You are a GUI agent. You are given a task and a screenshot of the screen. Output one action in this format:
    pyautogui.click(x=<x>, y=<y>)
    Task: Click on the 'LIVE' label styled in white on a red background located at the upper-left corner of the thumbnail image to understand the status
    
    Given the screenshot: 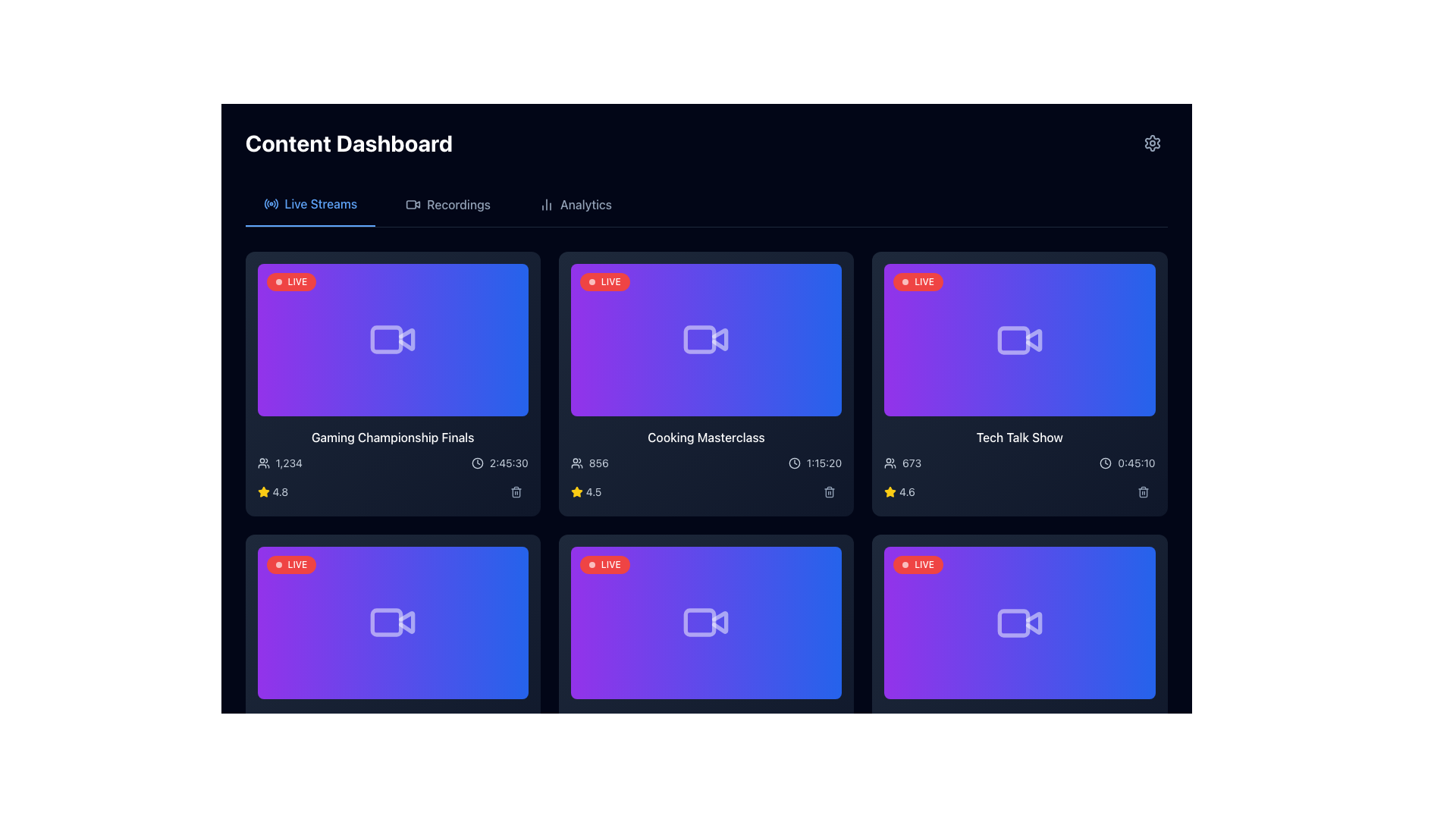 What is the action you would take?
    pyautogui.click(x=297, y=564)
    